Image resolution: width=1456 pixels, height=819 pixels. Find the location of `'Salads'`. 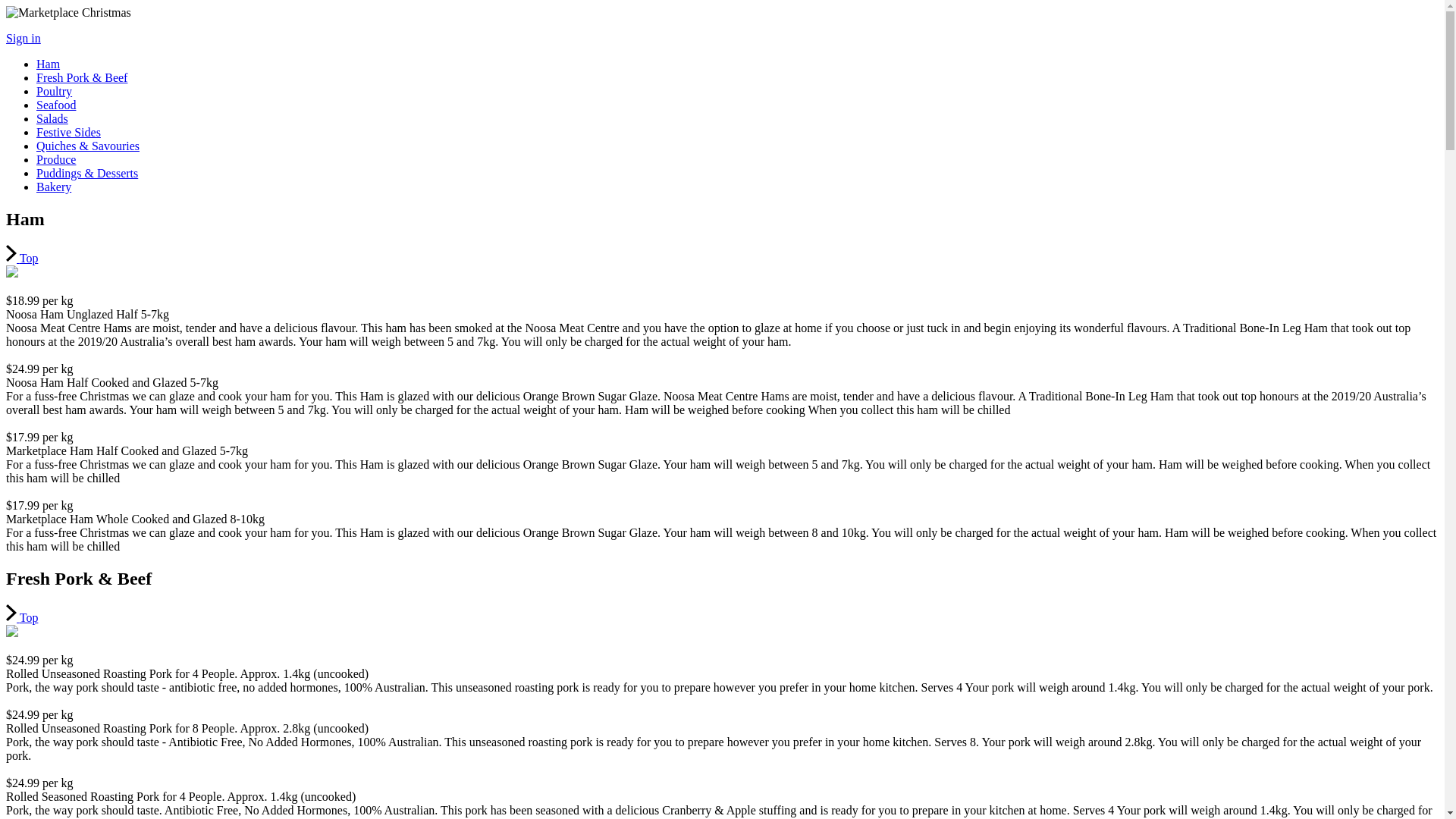

'Salads' is located at coordinates (52, 118).